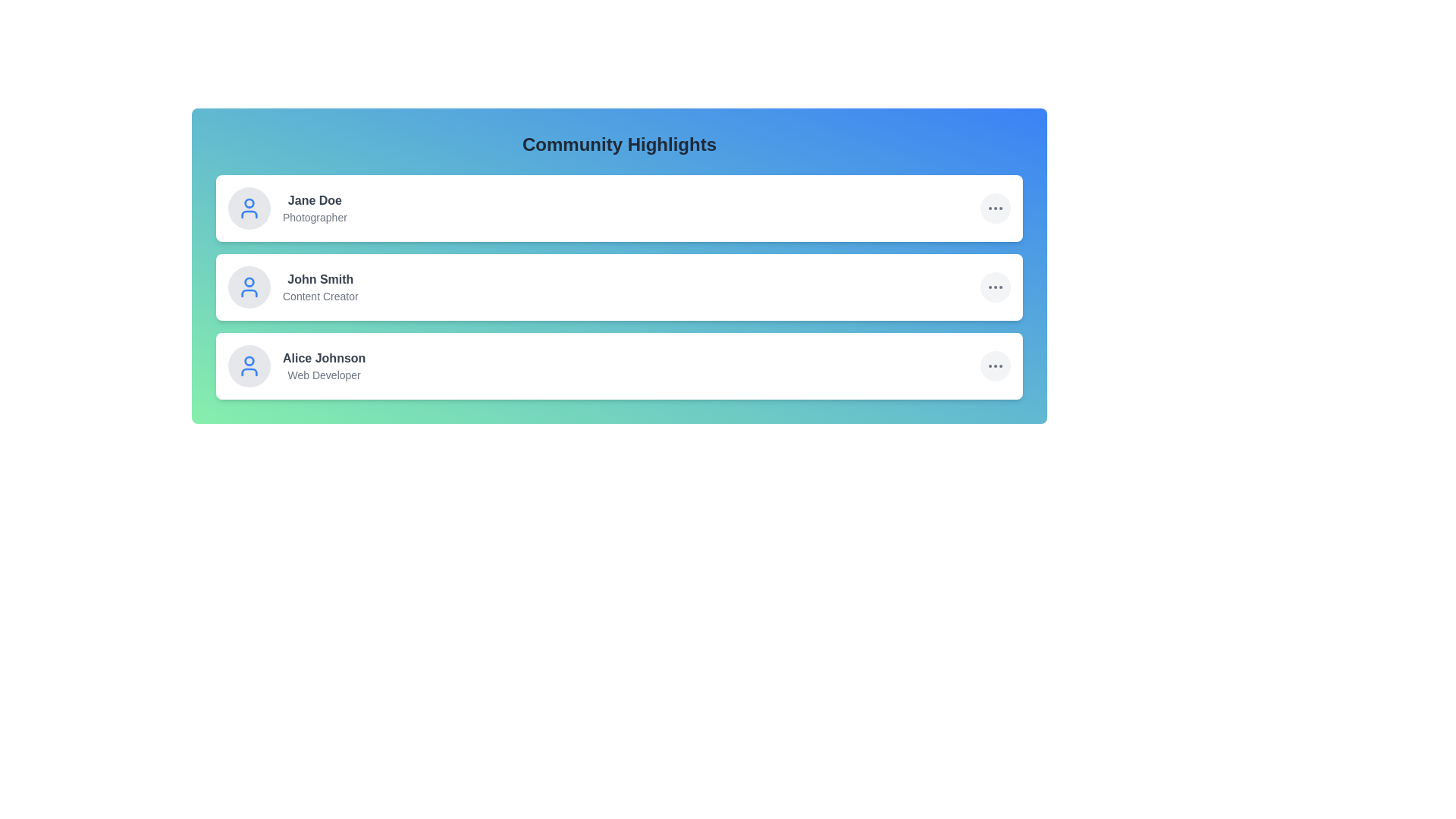 This screenshot has height=819, width=1456. I want to click on the button located at the far-right end of the third card in the 'Community Highlights' section, which corresponds to 'Alice Johnson, Web Developer', so click(996, 366).